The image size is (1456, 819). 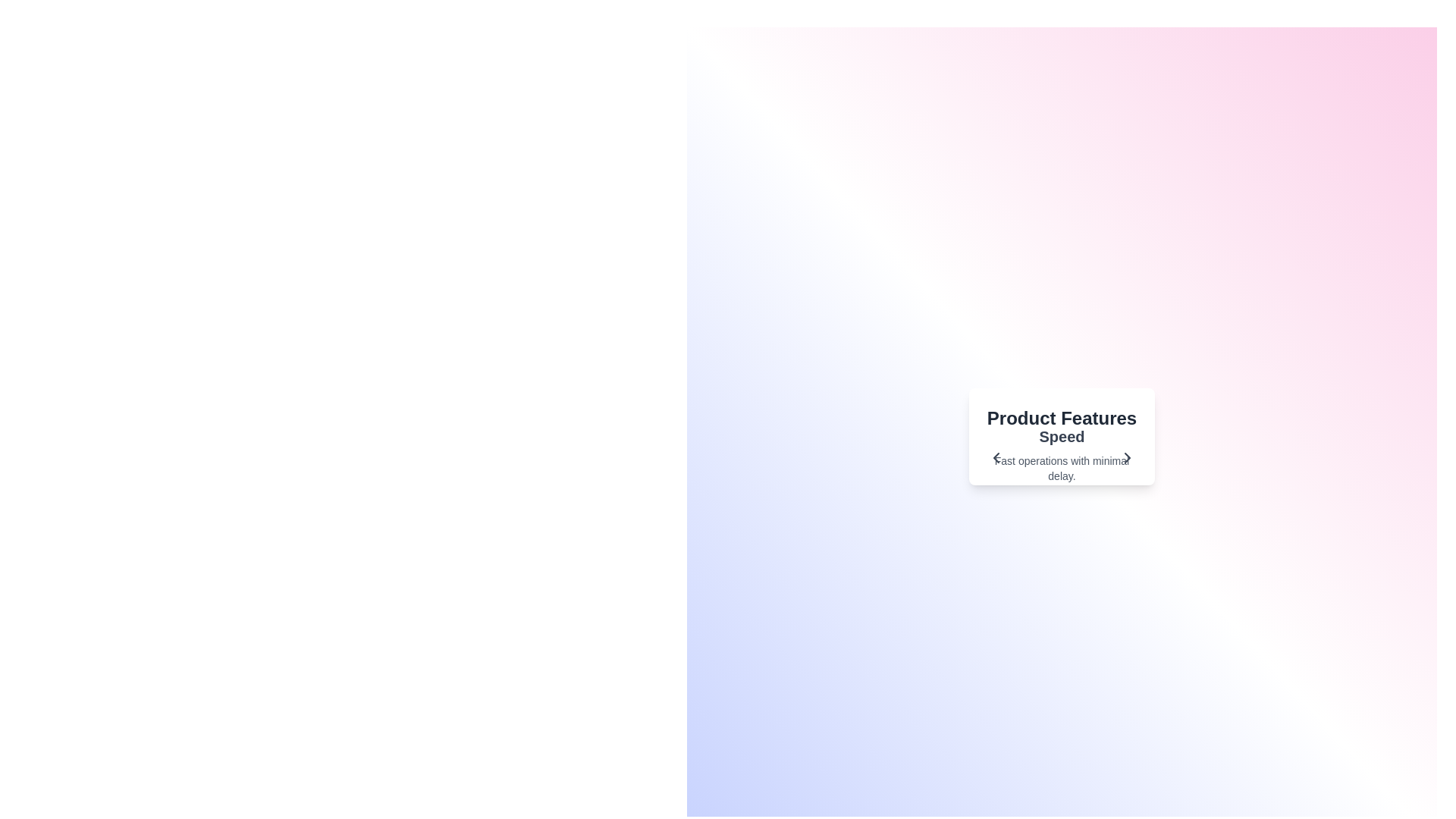 What do you see at coordinates (996, 457) in the screenshot?
I see `the leftward-pointing gray chevron navigation icon` at bounding box center [996, 457].